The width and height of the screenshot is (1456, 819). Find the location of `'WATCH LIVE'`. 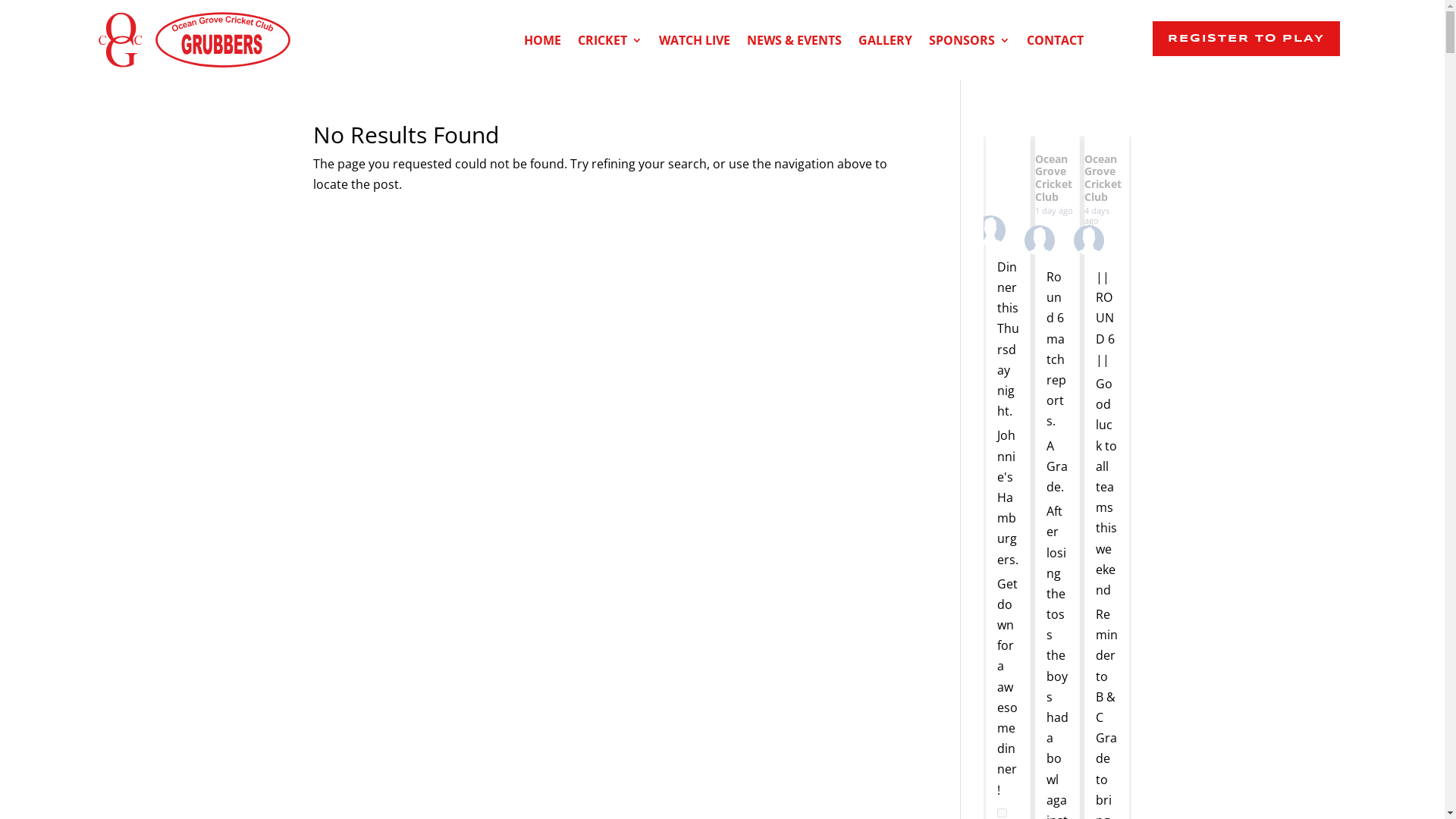

'WATCH LIVE' is located at coordinates (694, 42).